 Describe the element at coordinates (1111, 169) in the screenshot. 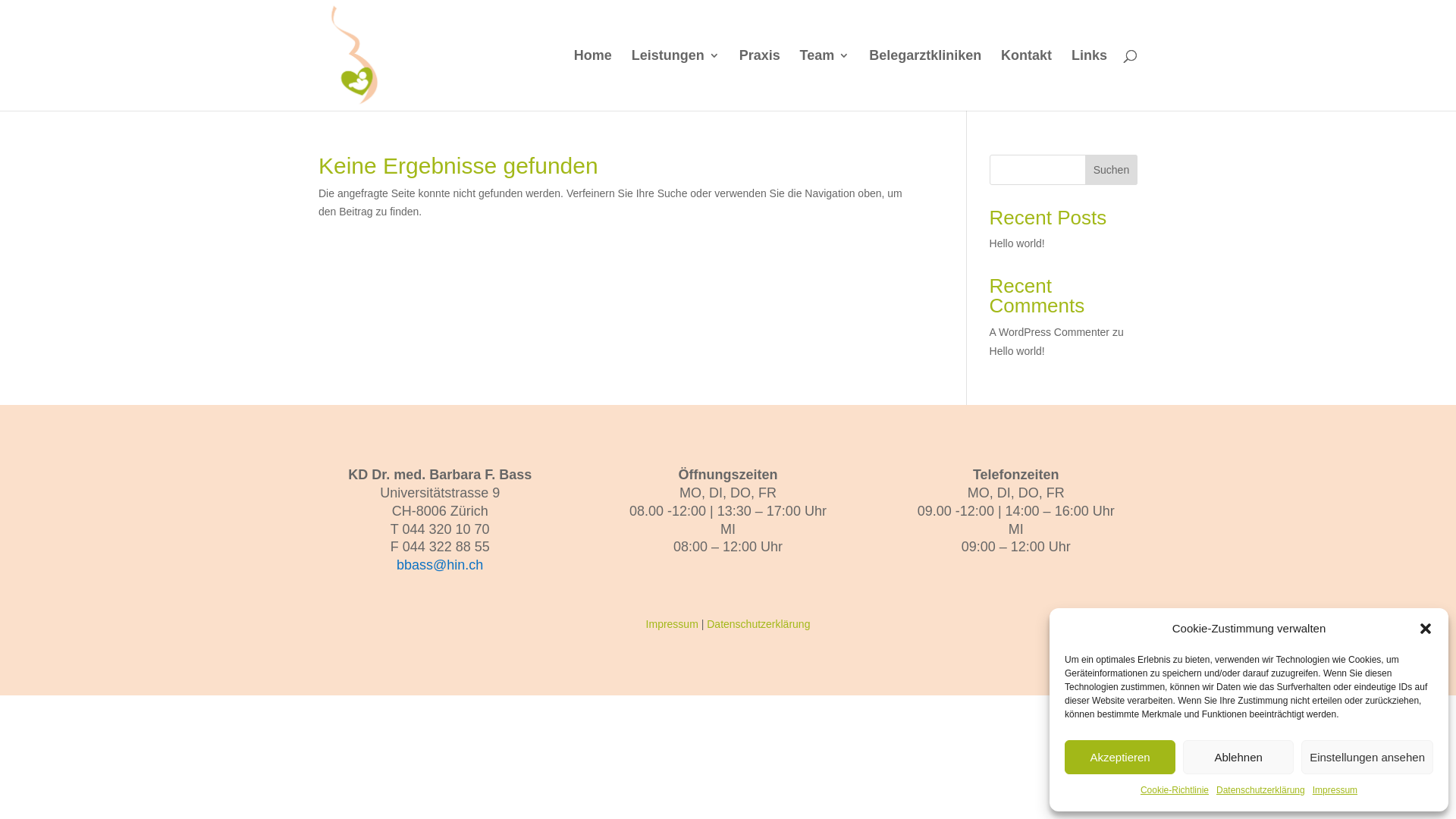

I see `'Suchen'` at that location.